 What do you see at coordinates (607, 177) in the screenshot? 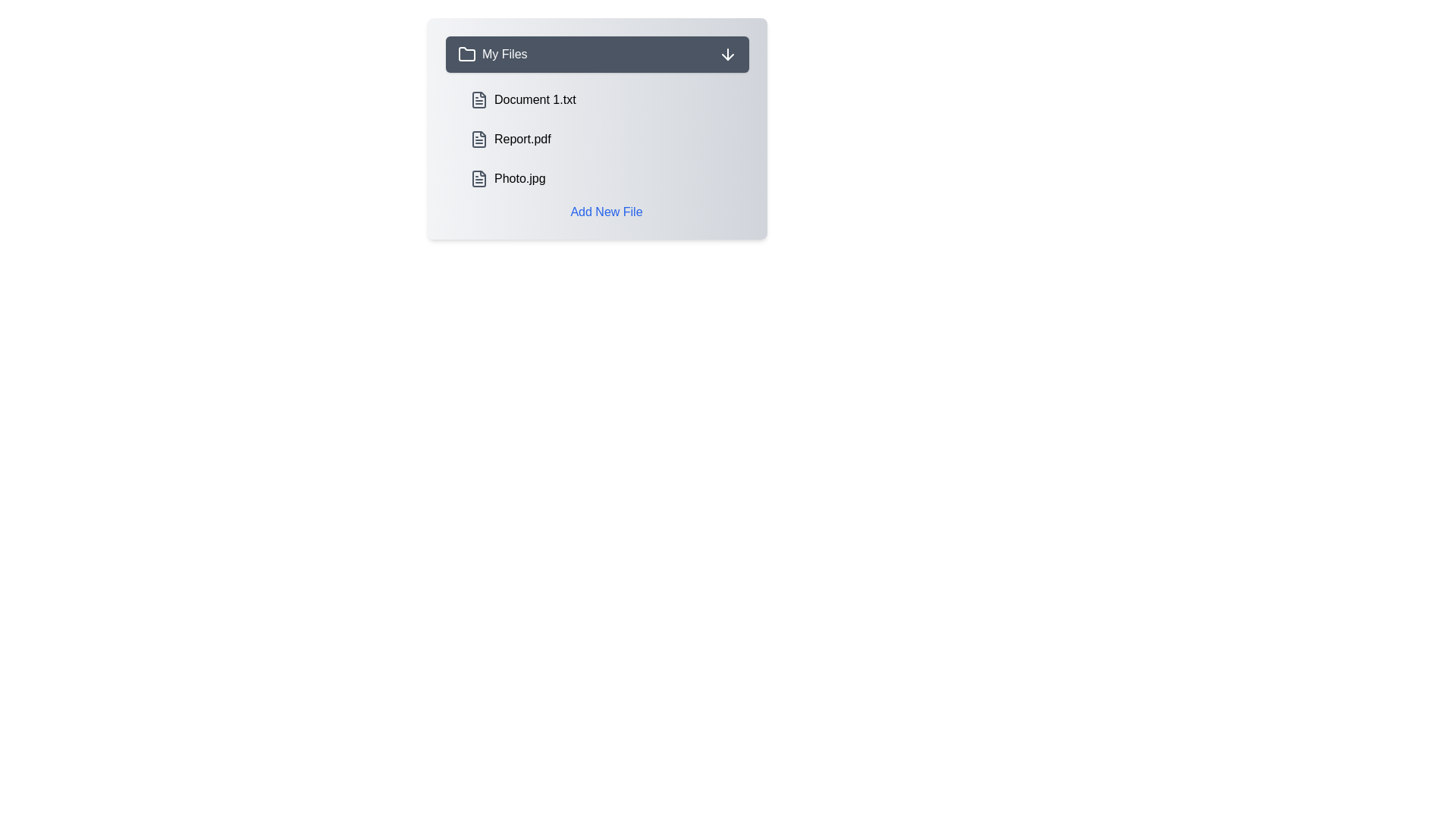
I see `the file named Photo.jpg to highlight it` at bounding box center [607, 177].